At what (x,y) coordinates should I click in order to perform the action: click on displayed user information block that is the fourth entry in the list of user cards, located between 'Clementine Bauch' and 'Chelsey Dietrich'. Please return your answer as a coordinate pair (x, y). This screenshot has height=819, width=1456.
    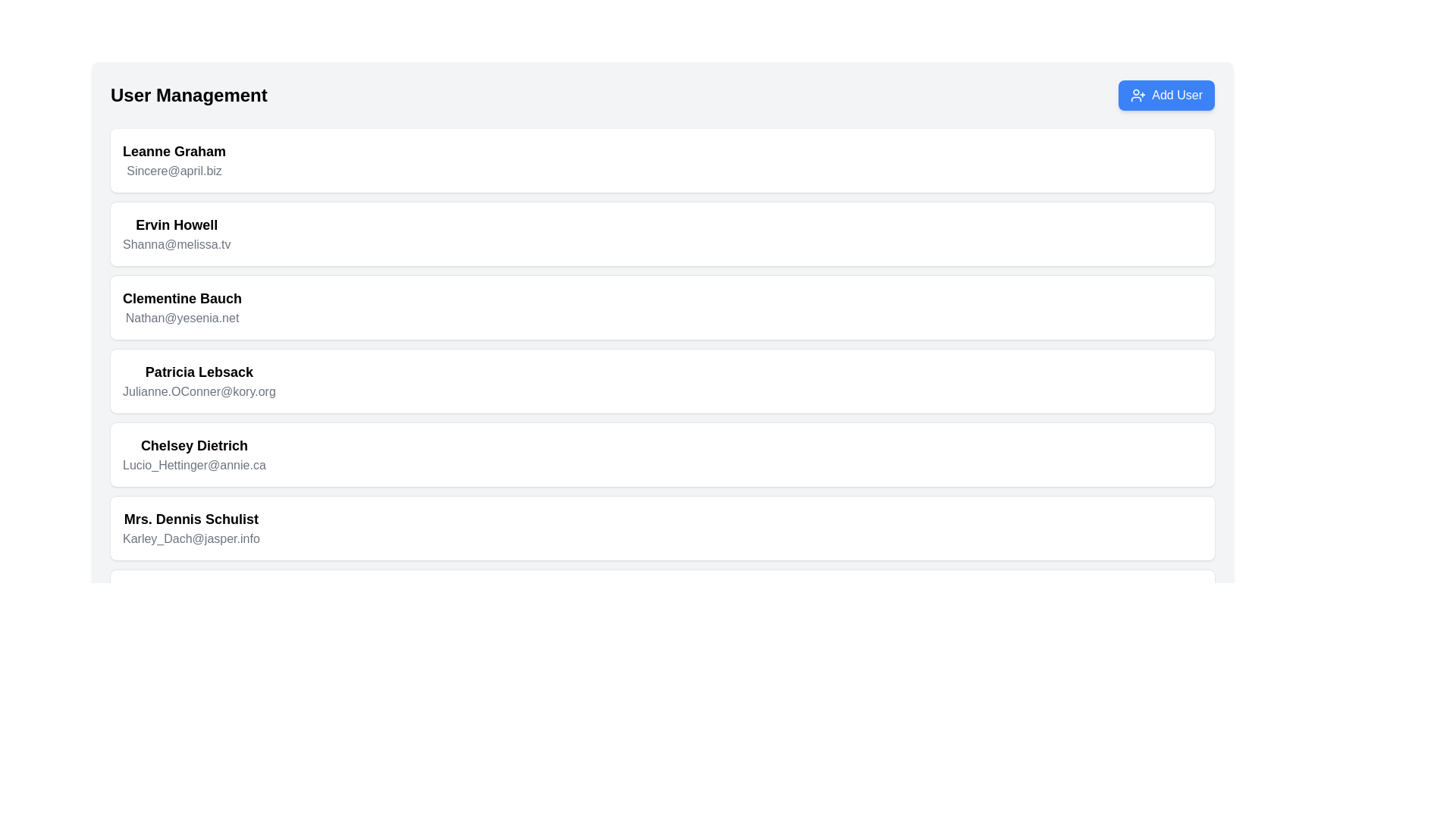
    Looking at the image, I should click on (198, 380).